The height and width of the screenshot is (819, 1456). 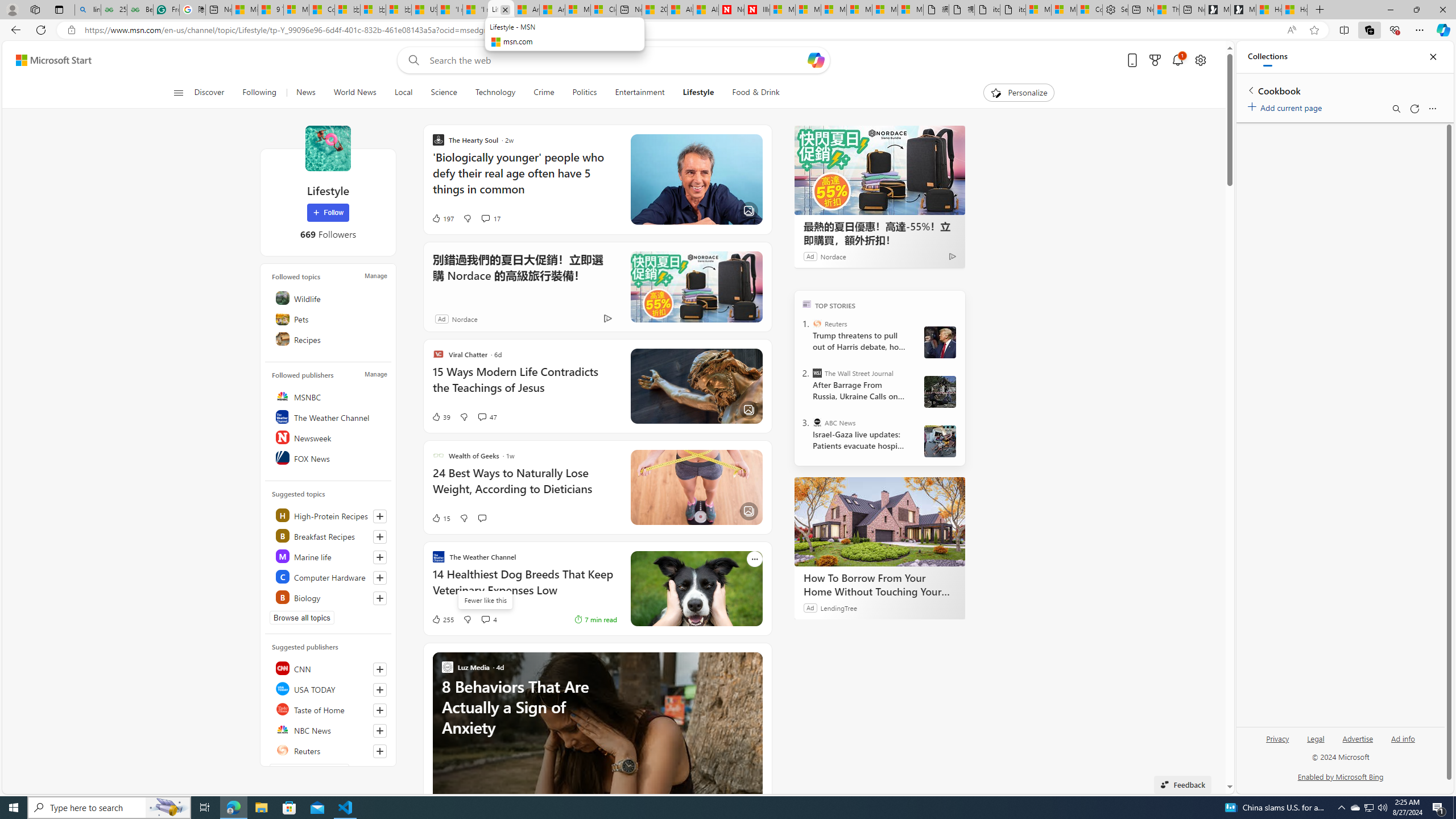 I want to click on 'Skip to footer', so click(x=46, y=59).